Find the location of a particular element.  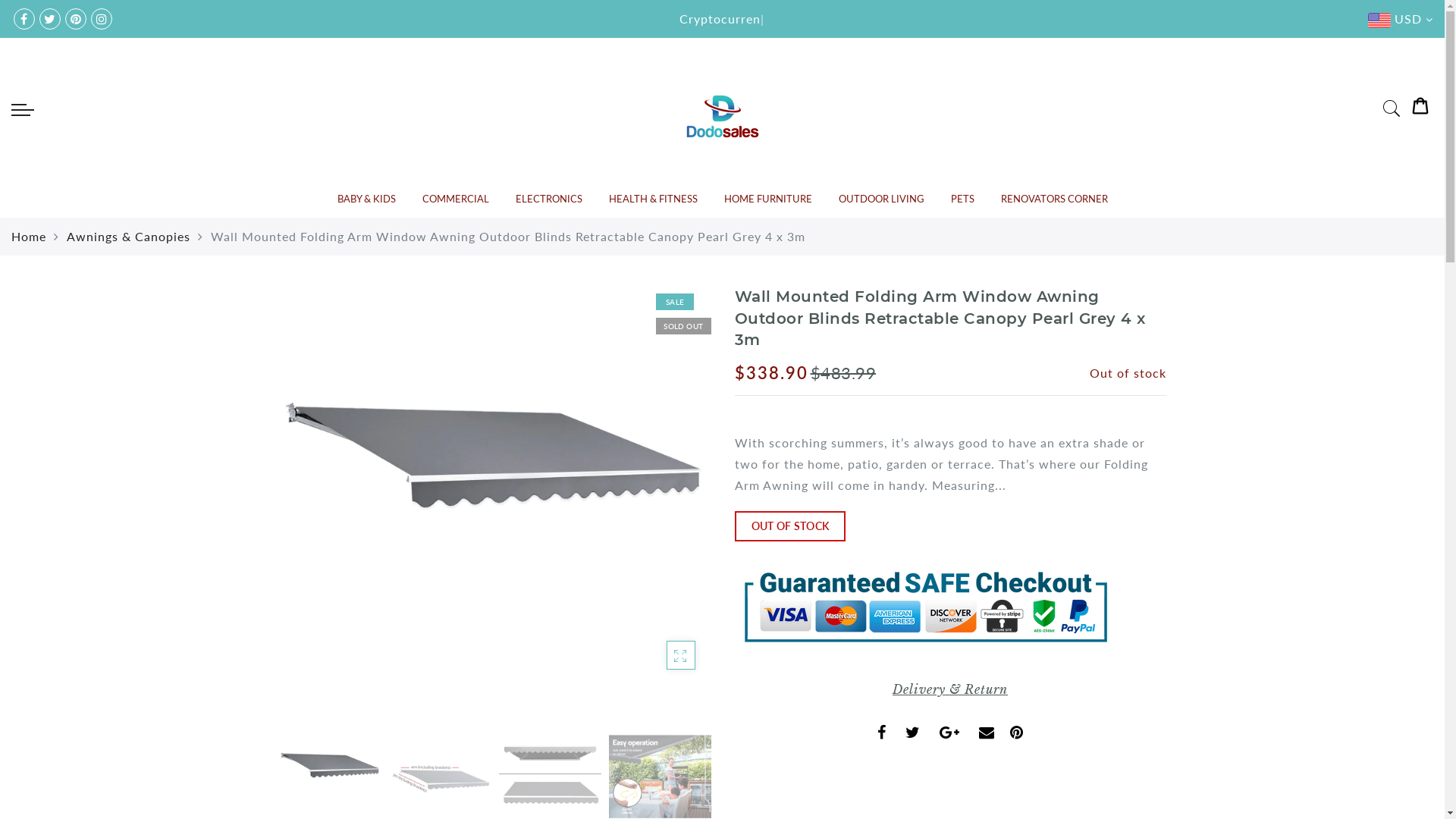

'View your shopping cart' is located at coordinates (1419, 108).